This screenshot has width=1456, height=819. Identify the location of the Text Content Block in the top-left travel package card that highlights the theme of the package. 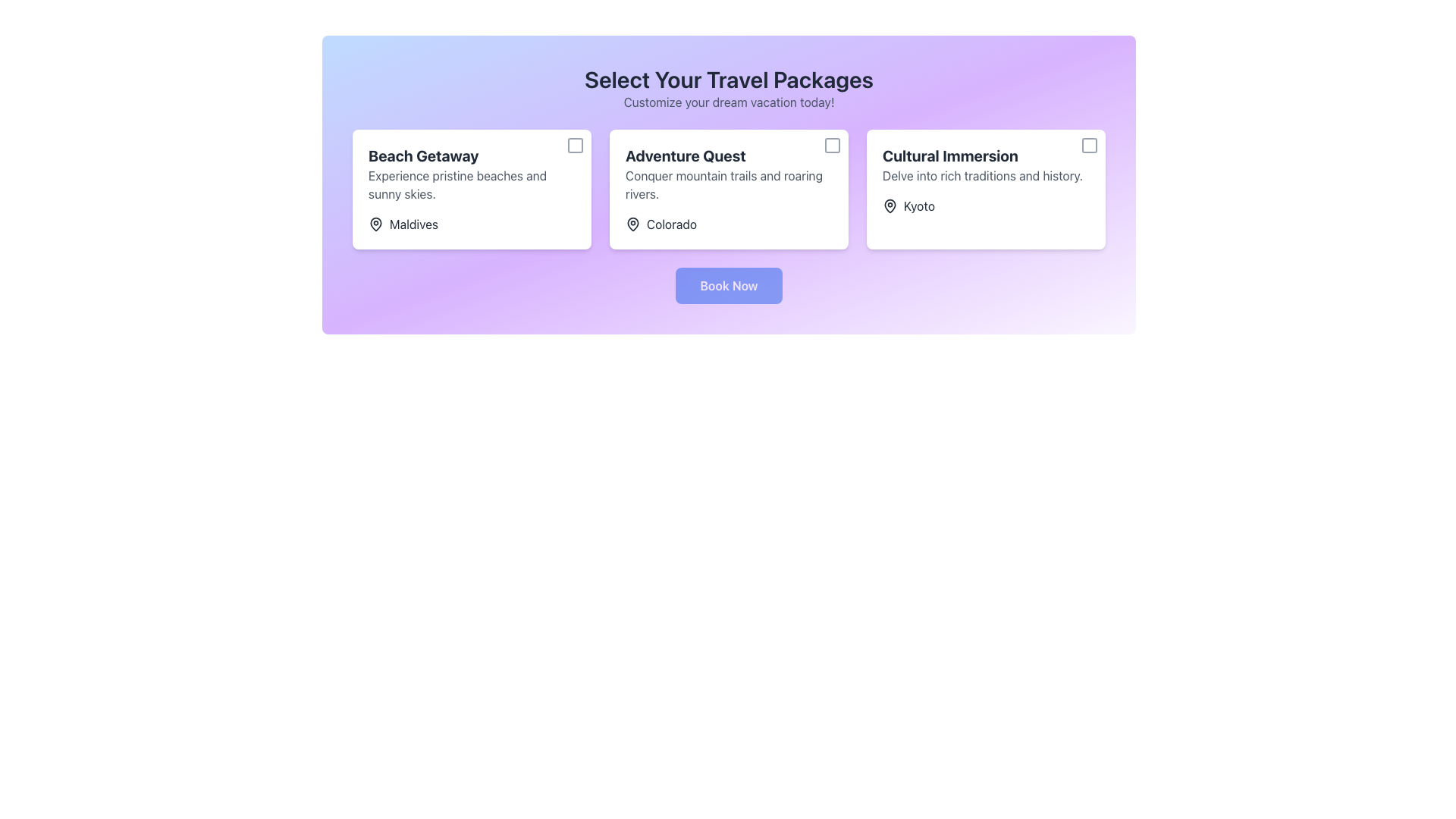
(471, 174).